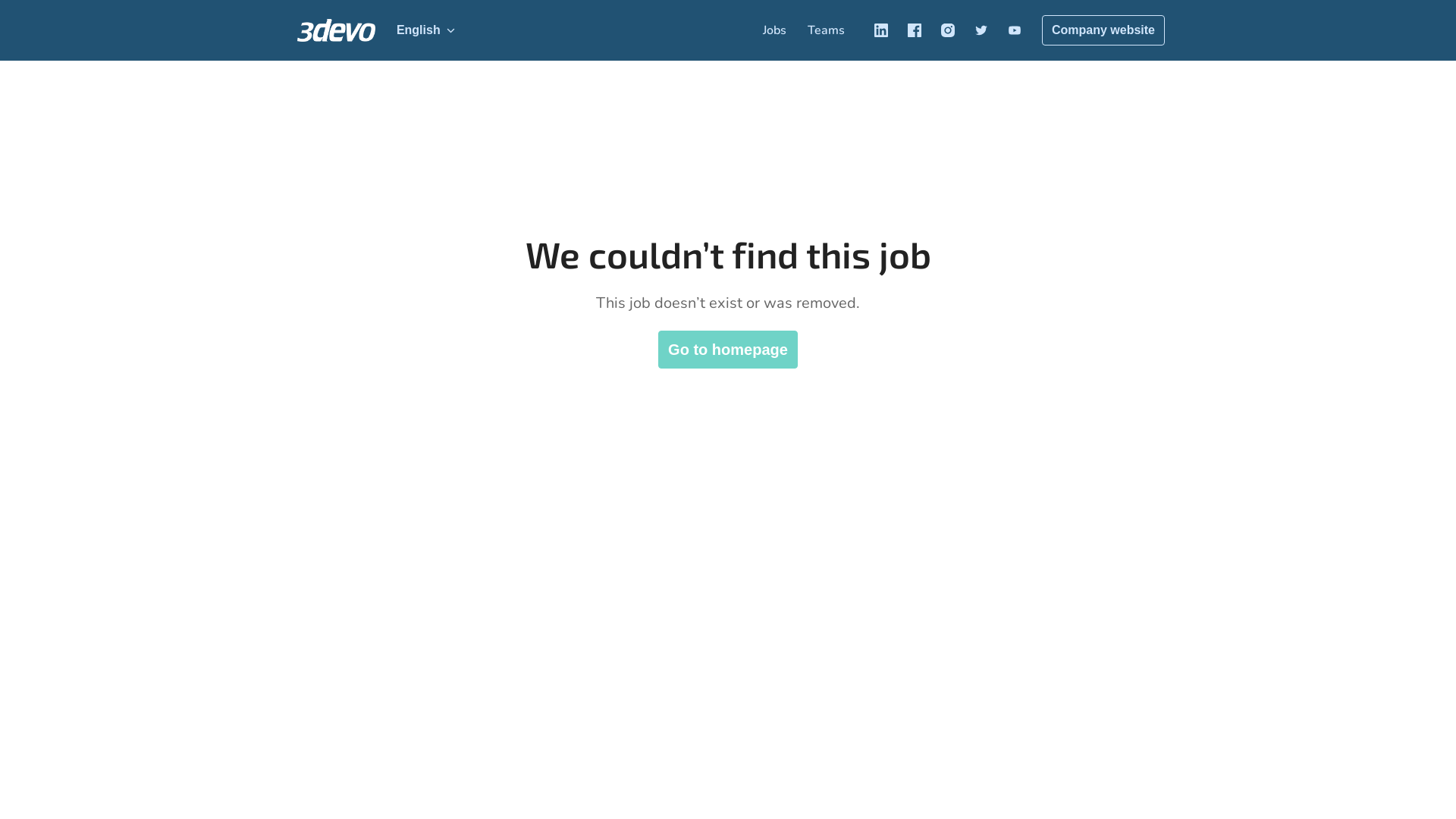  I want to click on 'Go to homepage', so click(728, 350).